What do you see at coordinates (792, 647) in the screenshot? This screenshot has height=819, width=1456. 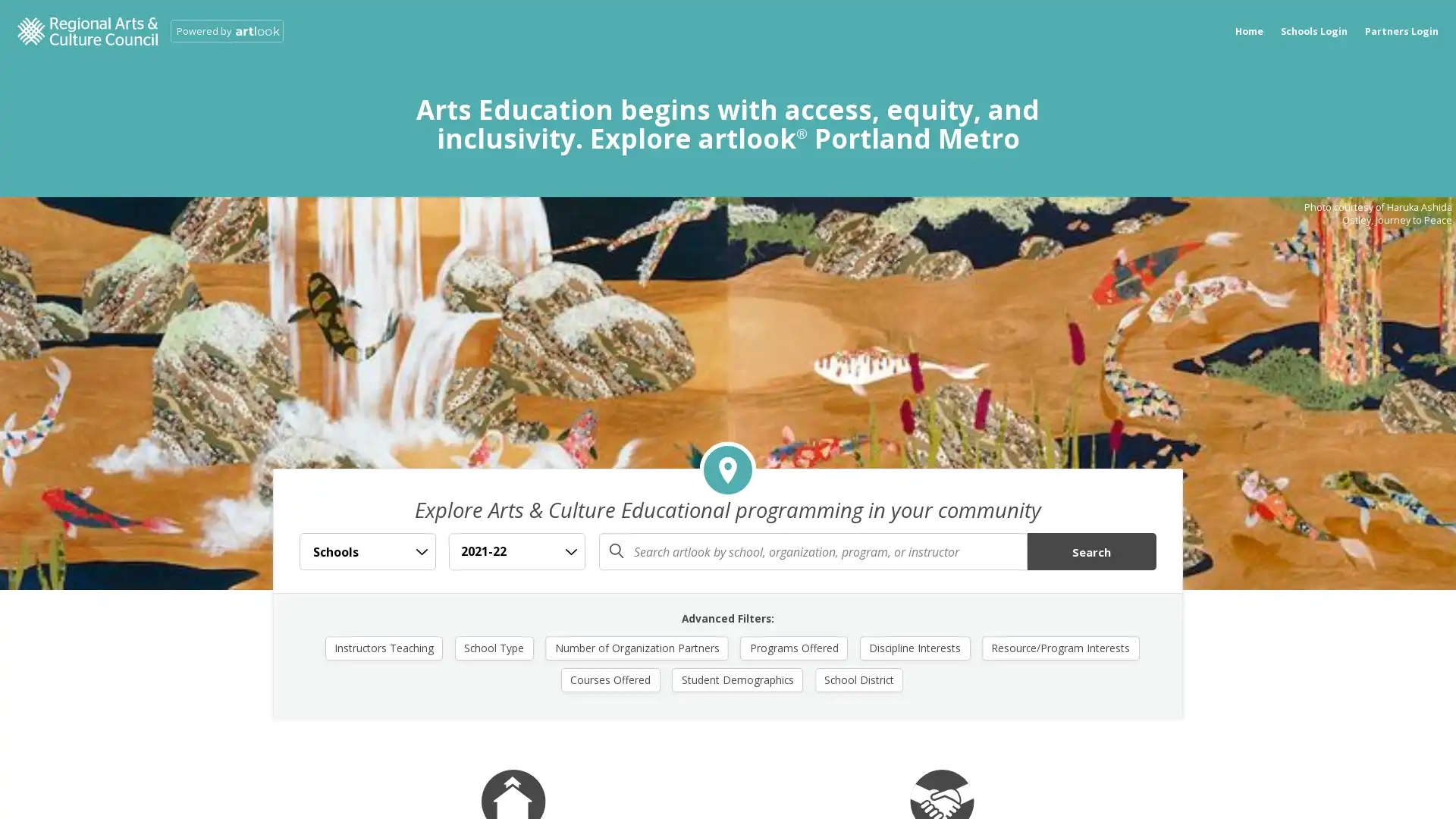 I see `Programs Offered` at bounding box center [792, 647].